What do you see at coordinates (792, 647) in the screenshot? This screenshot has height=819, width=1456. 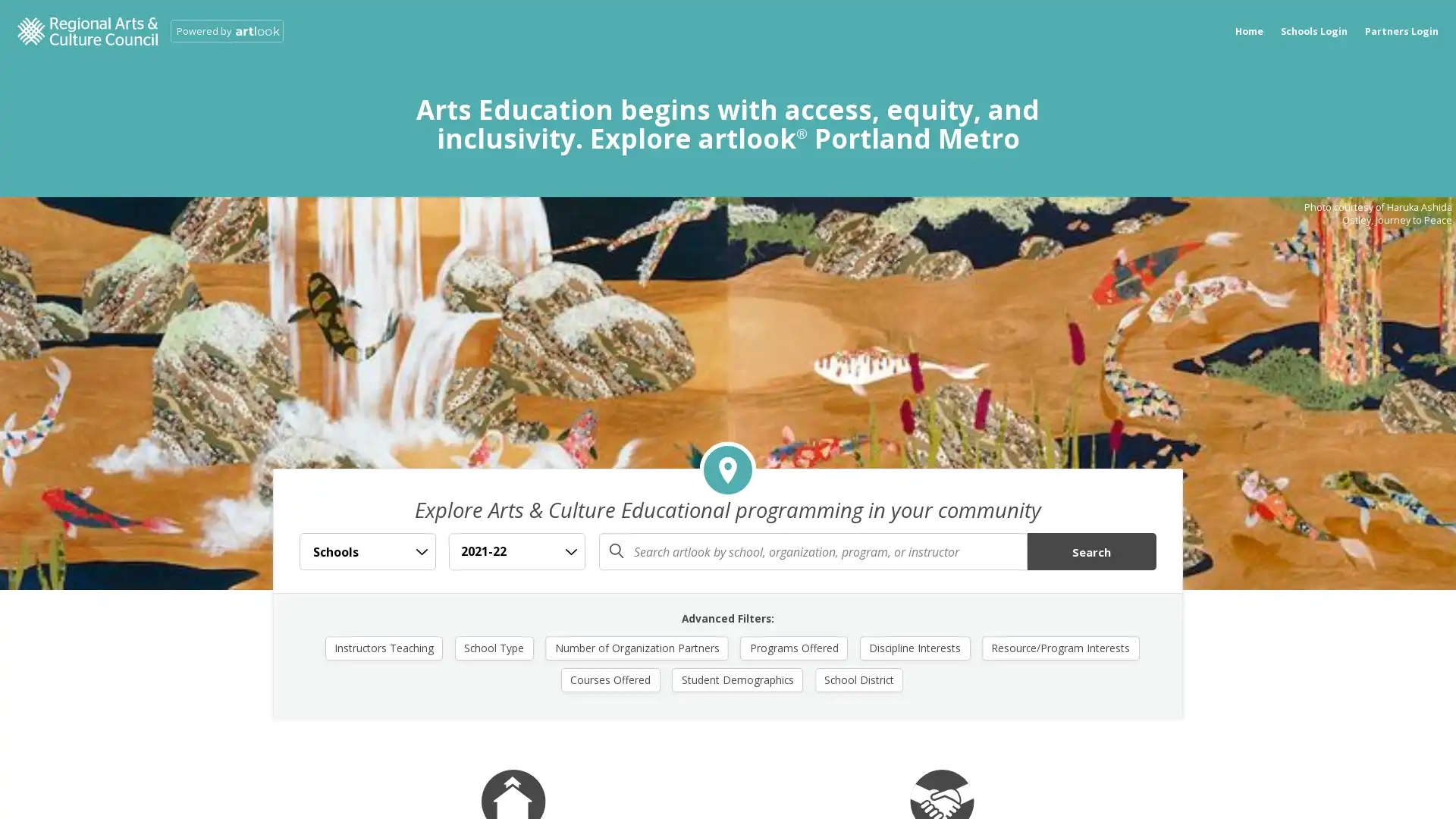 I see `Programs Offered` at bounding box center [792, 647].